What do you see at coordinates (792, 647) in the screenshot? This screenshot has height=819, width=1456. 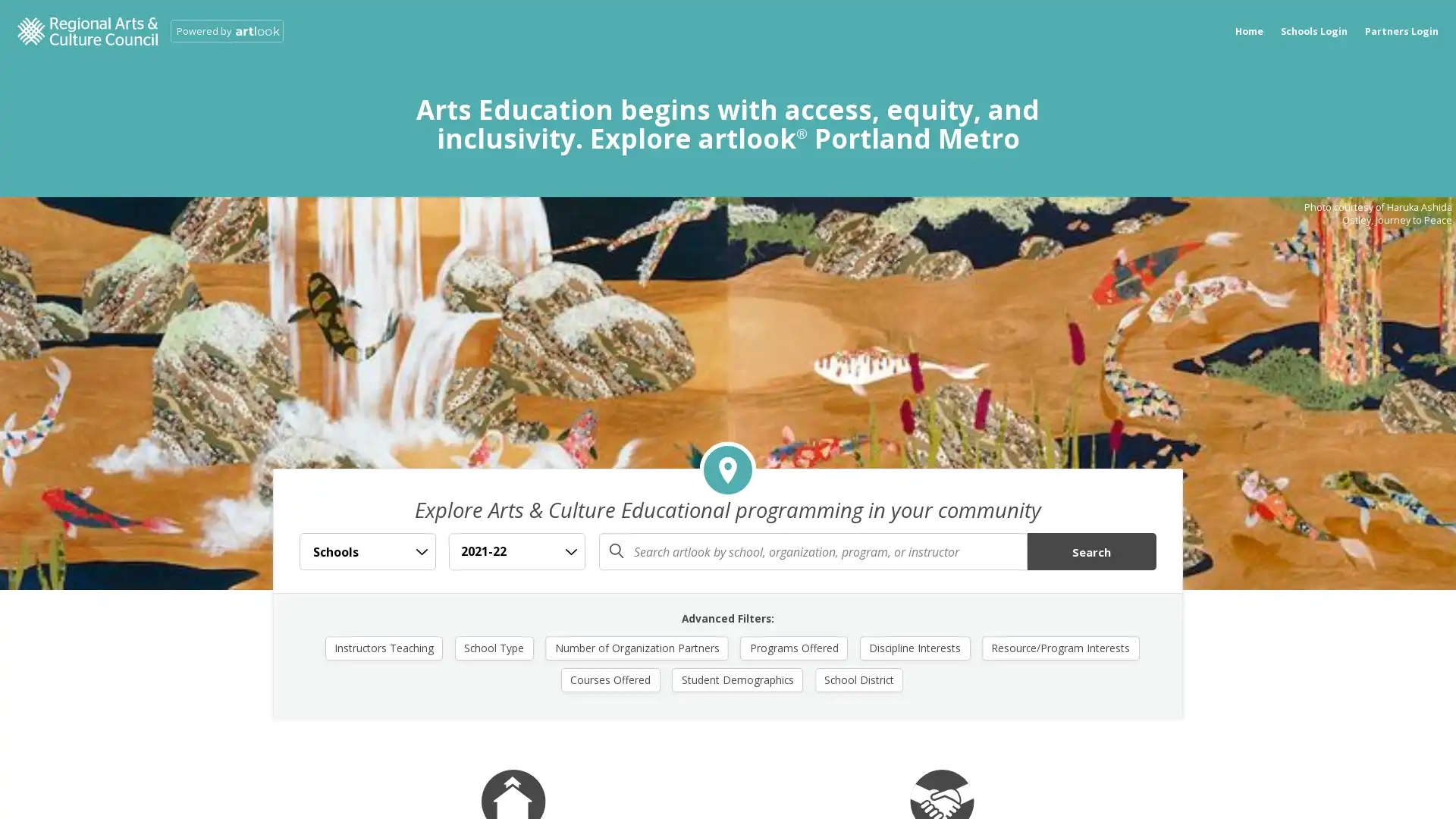 I see `Programs Offered` at bounding box center [792, 647].